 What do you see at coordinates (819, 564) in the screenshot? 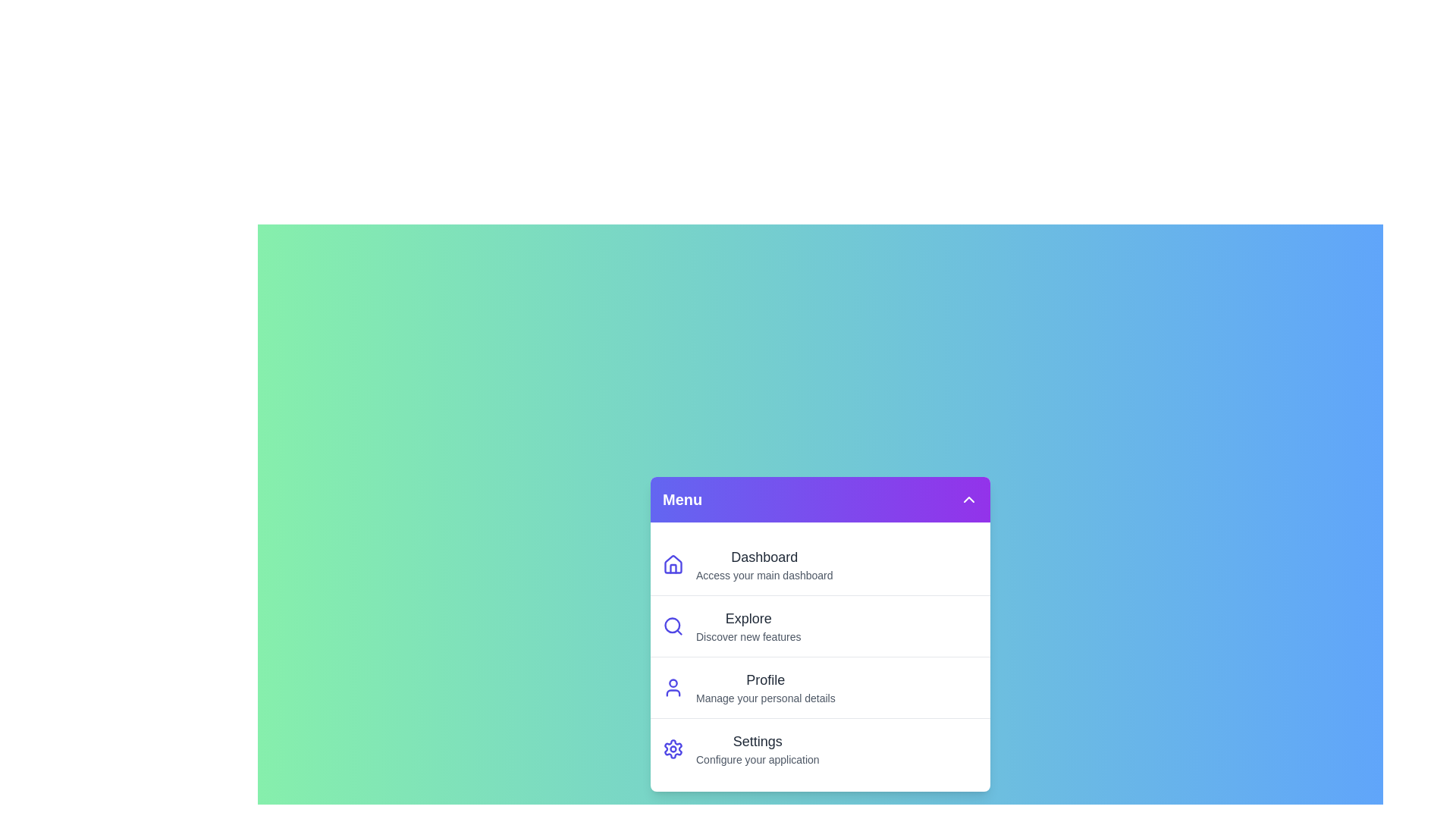
I see `the menu item Dashboard to view its hover effect` at bounding box center [819, 564].